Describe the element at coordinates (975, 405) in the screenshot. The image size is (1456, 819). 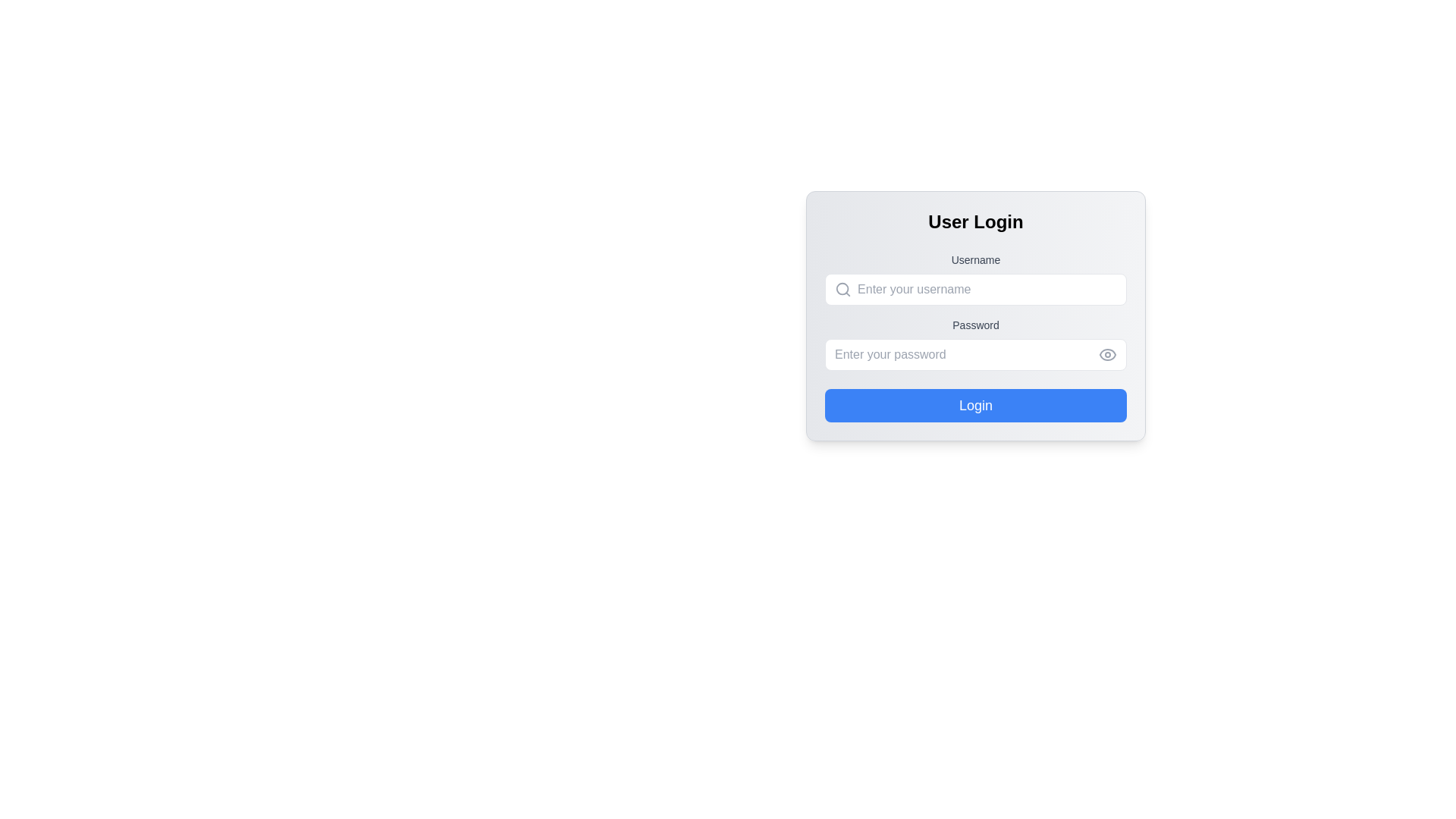
I see `the blue 'Login' button located at the bottom of the 'User Login' card layout to initiate the login process` at that location.